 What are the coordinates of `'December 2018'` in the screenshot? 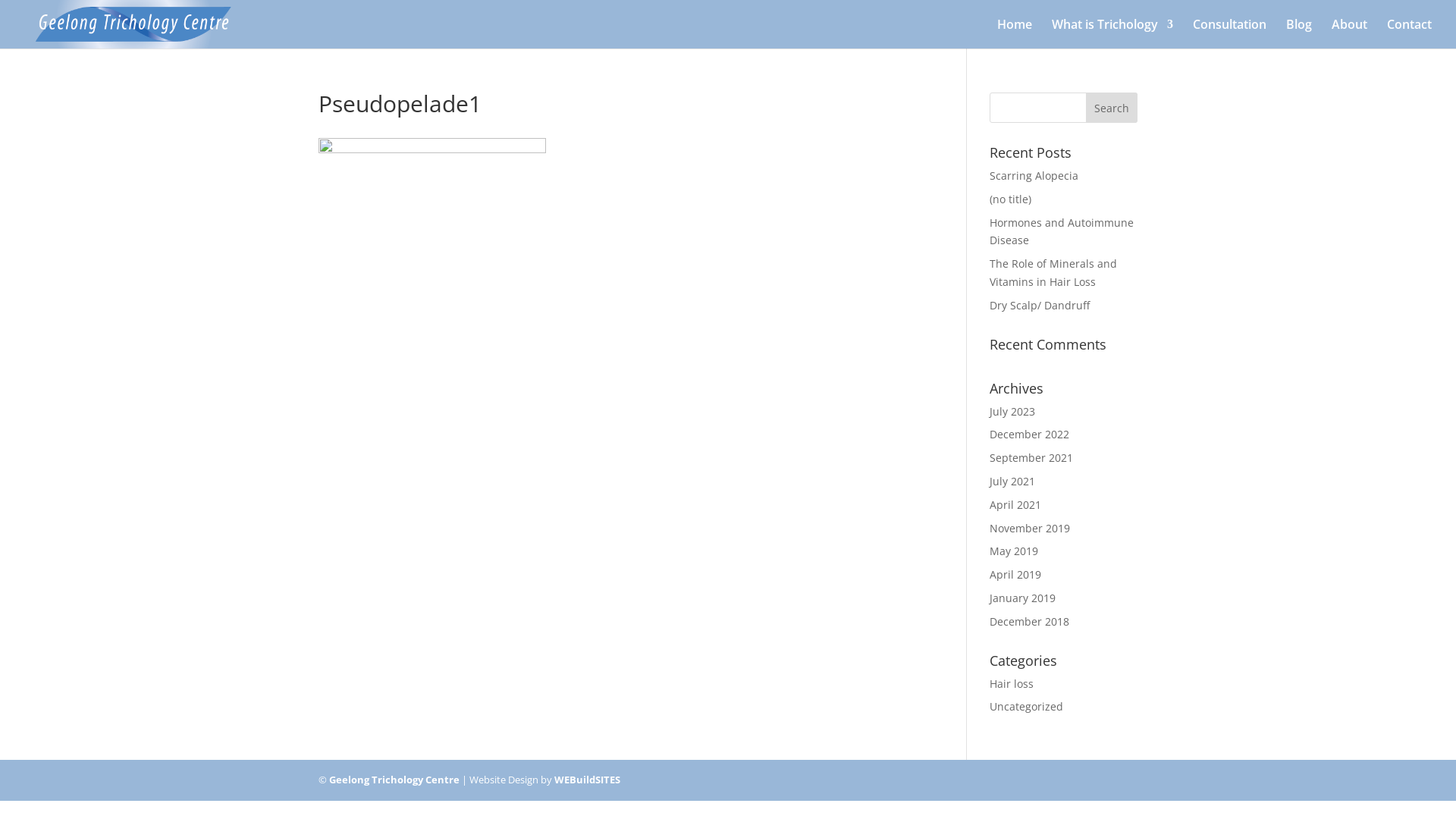 It's located at (1029, 621).